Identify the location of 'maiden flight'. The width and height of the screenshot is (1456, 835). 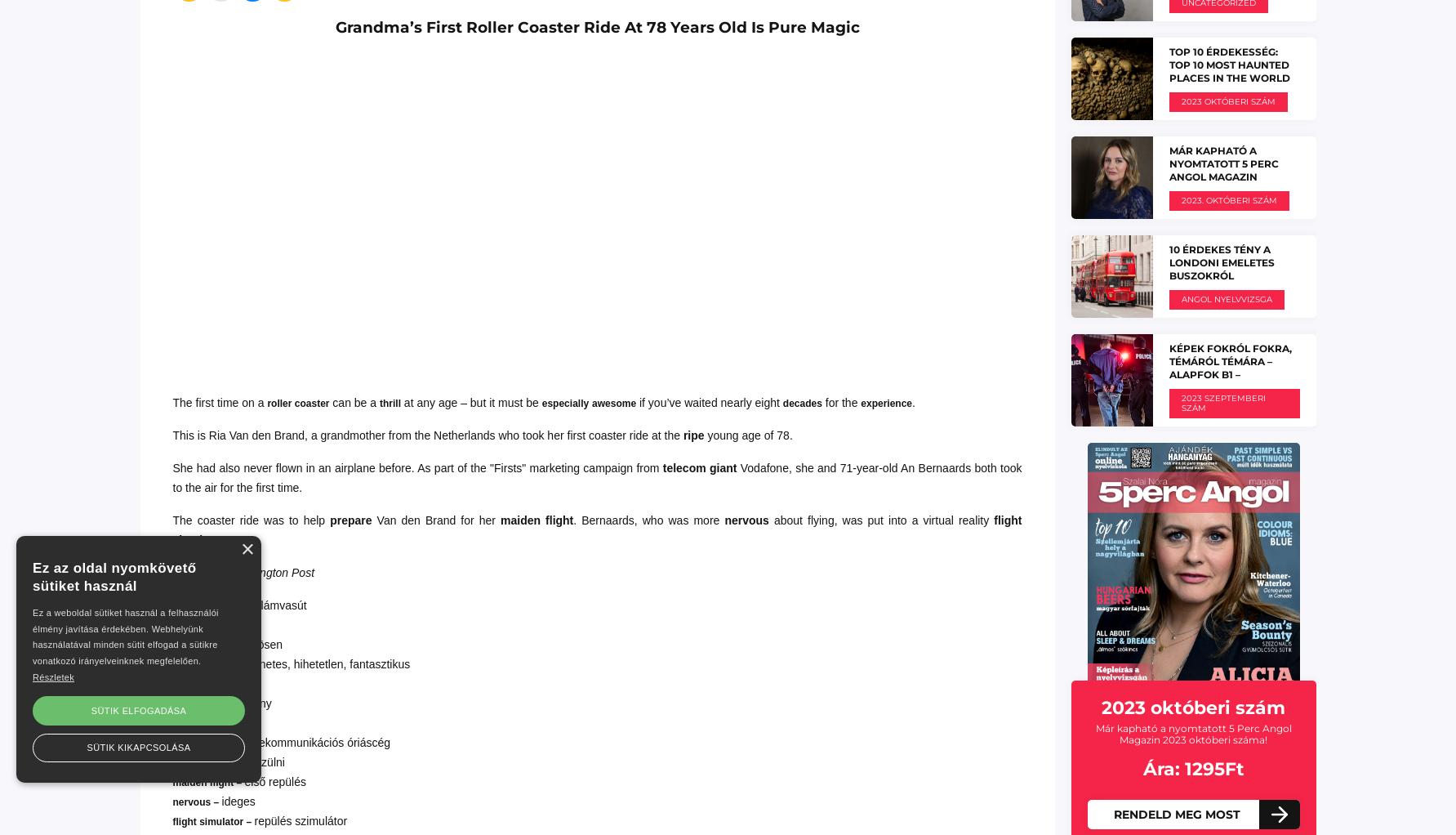
(537, 519).